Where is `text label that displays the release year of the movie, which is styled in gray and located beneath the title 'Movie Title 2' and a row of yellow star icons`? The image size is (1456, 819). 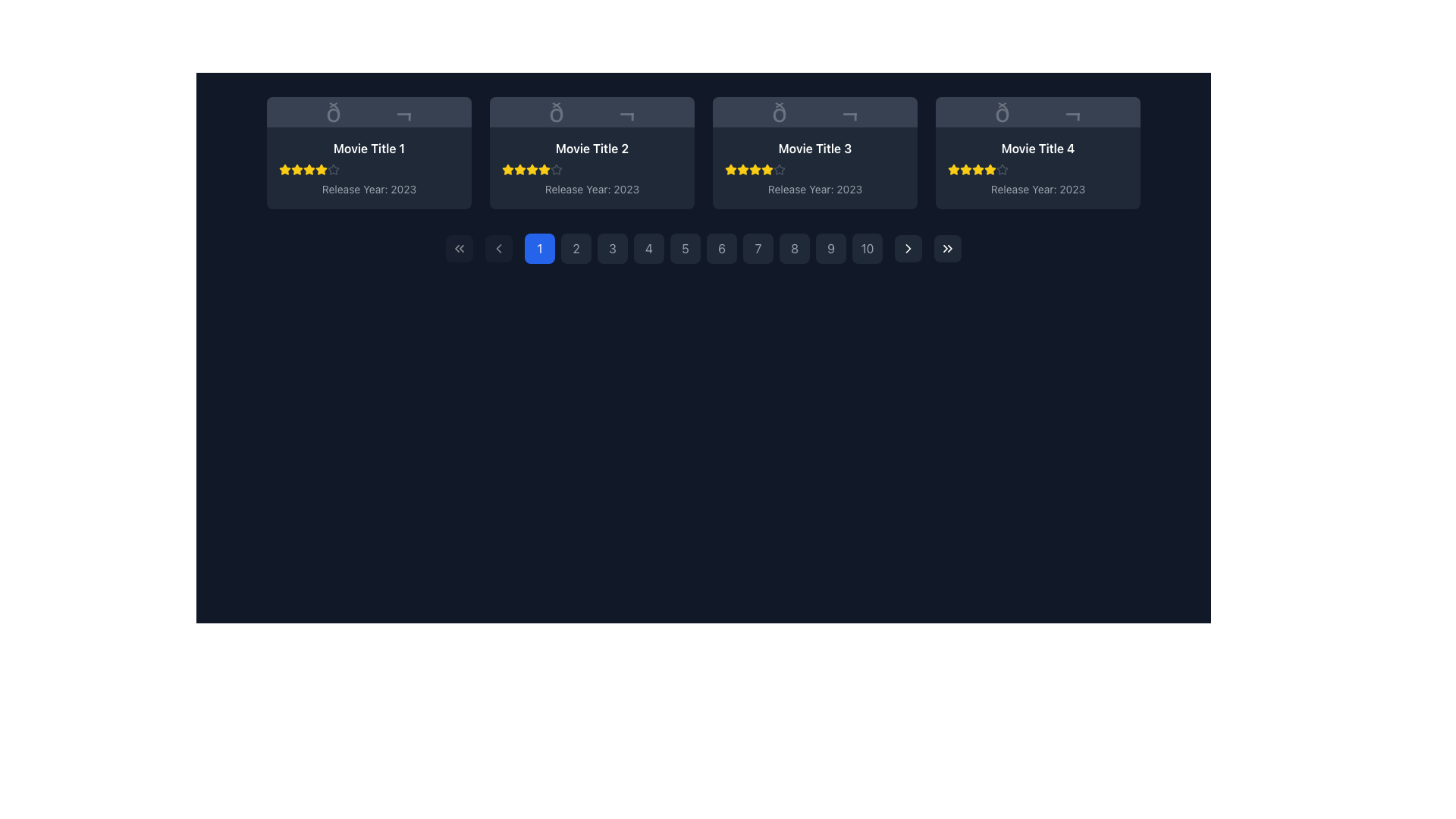
text label that displays the release year of the movie, which is styled in gray and located beneath the title 'Movie Title 2' and a row of yellow star icons is located at coordinates (591, 189).